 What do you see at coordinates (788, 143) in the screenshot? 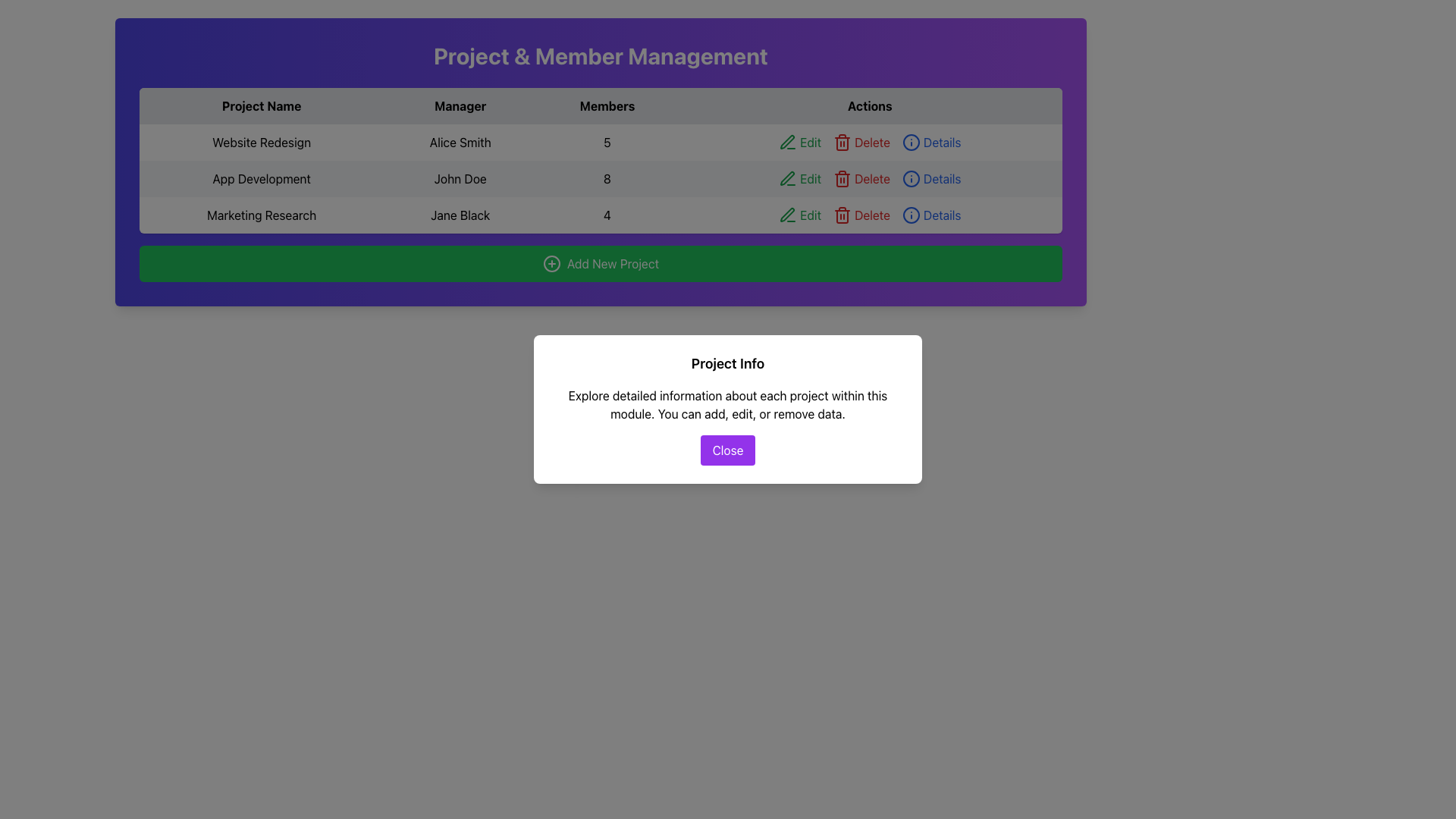
I see `the edit icon located to the left of the 'Edit' text in the Actions column of the first row, adjacent to the 'Delete' and 'Details' options` at bounding box center [788, 143].